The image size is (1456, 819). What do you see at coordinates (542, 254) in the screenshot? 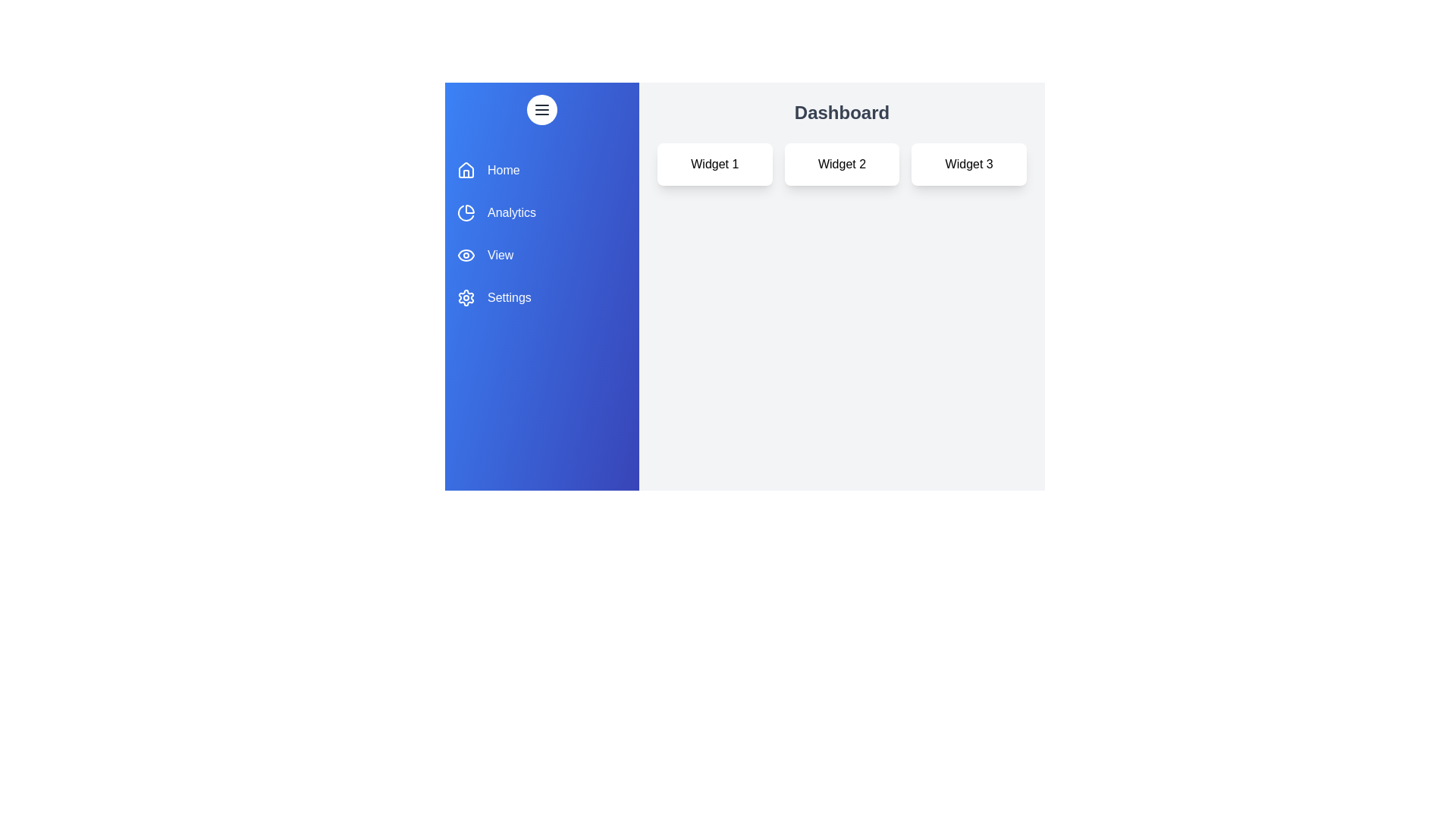
I see `the section View in the drawer to highlight it` at bounding box center [542, 254].